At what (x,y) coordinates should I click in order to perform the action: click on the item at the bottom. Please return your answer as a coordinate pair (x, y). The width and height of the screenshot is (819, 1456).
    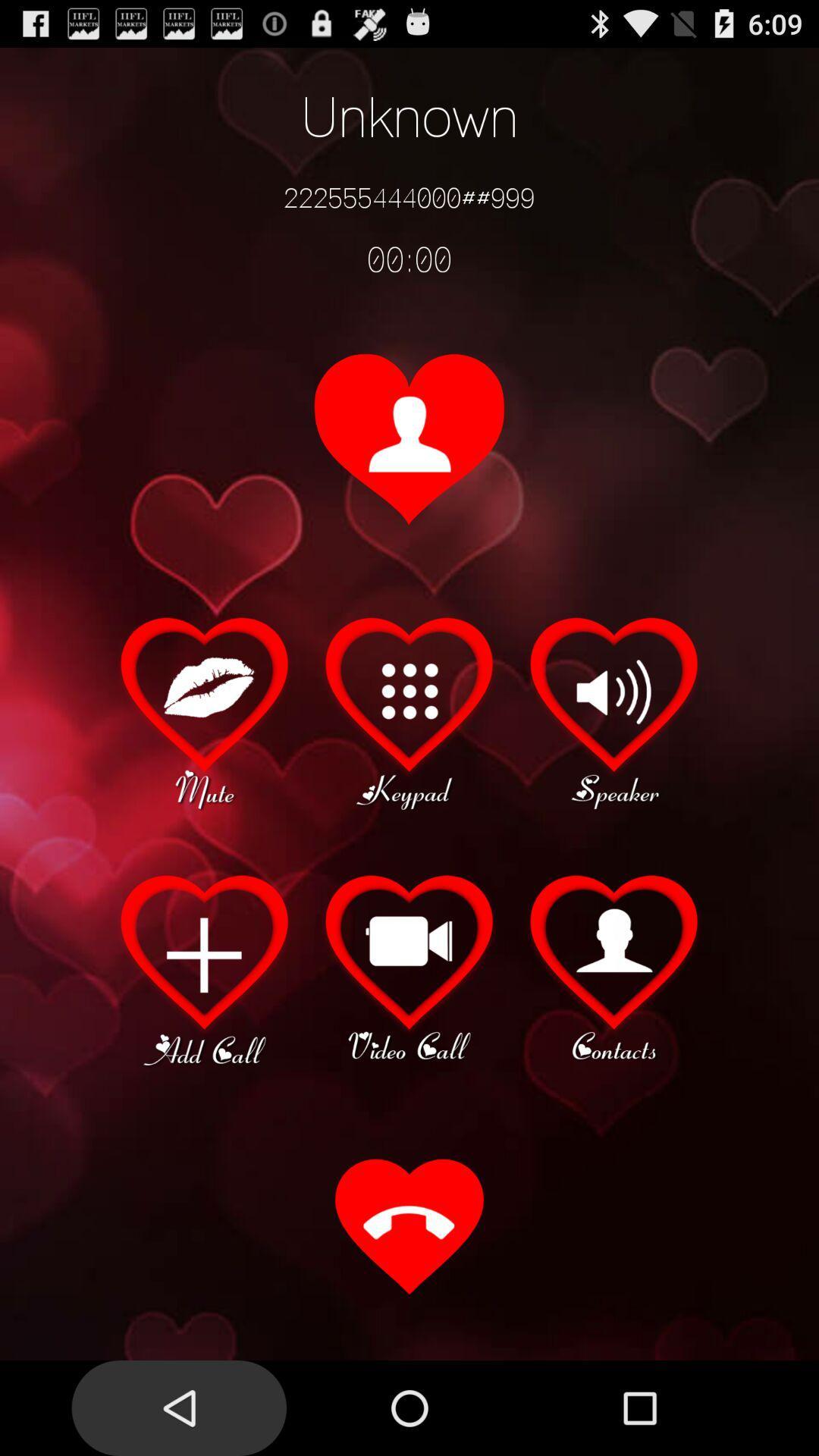
    Looking at the image, I should click on (409, 1228).